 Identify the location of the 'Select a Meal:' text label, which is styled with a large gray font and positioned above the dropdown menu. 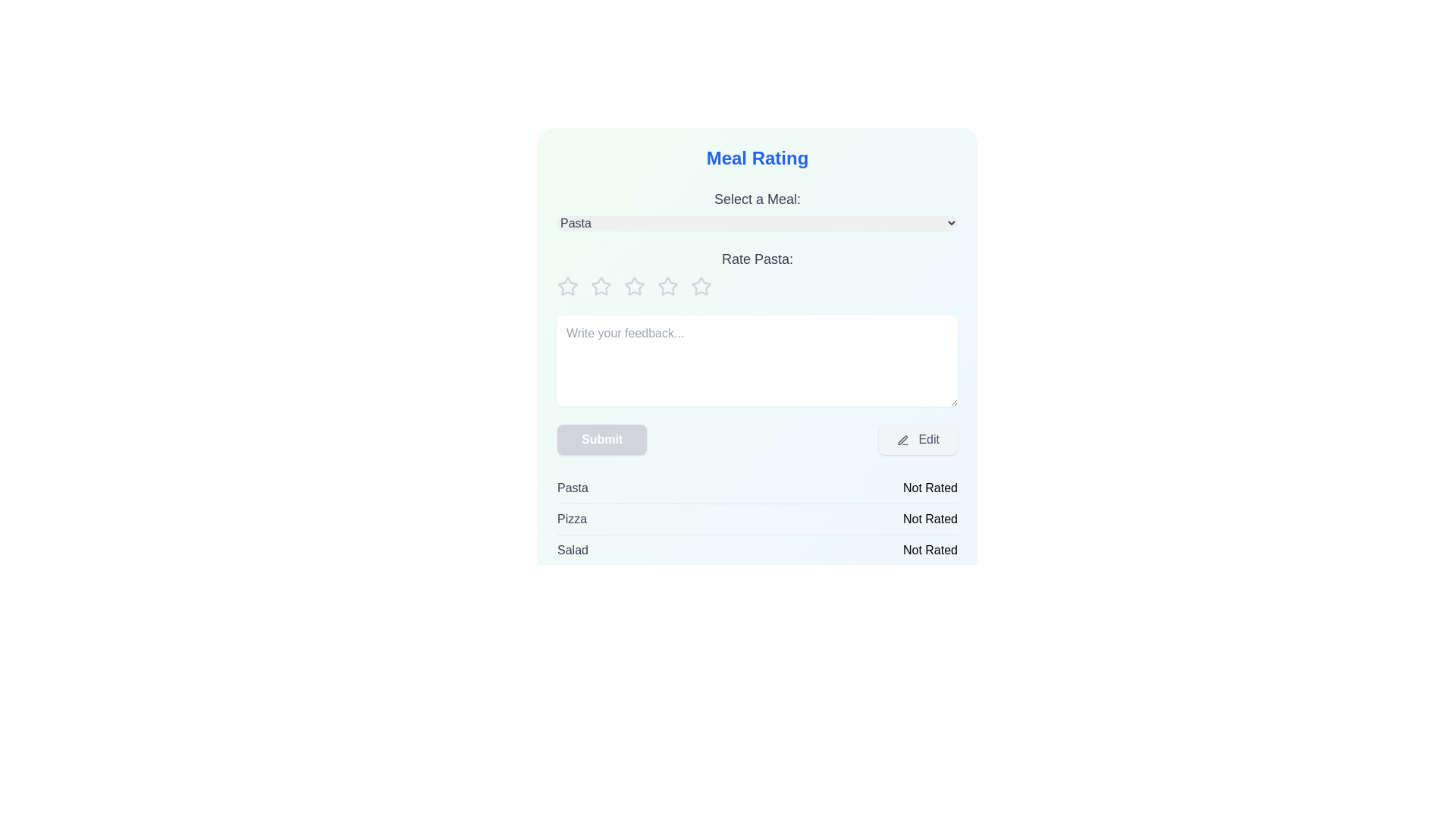
(757, 198).